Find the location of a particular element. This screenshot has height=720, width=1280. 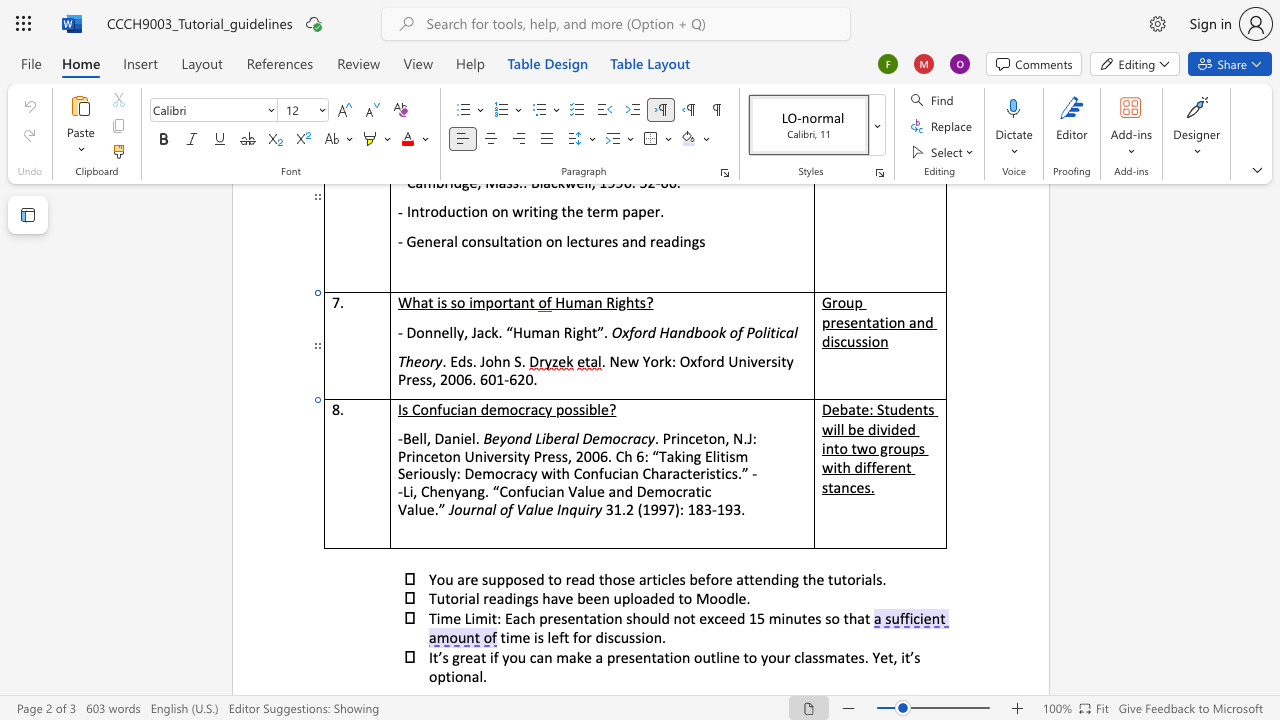

the space between the continuous character "s" and "i" in the text is located at coordinates (583, 408).